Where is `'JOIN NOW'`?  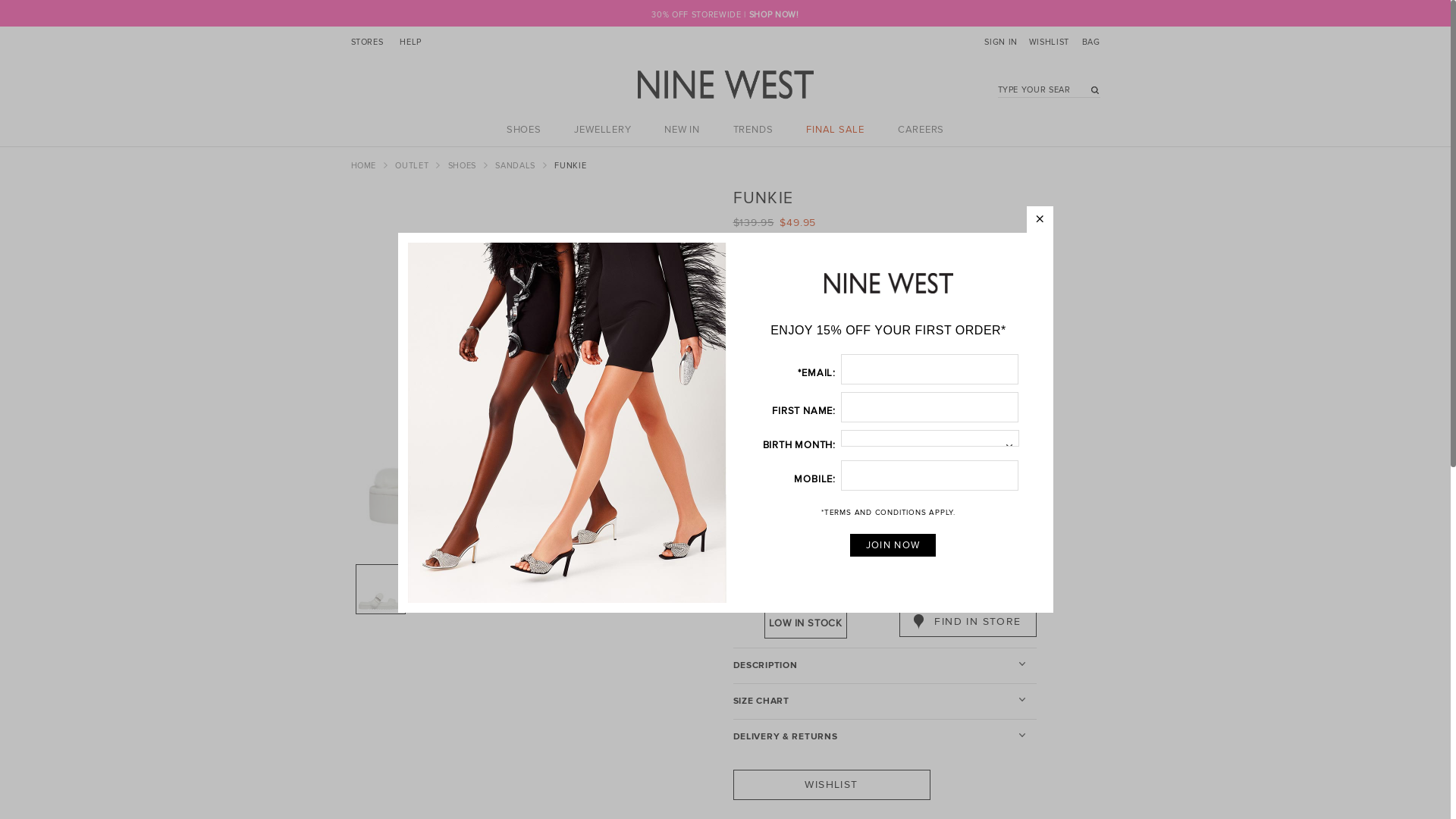 'JOIN NOW' is located at coordinates (893, 544).